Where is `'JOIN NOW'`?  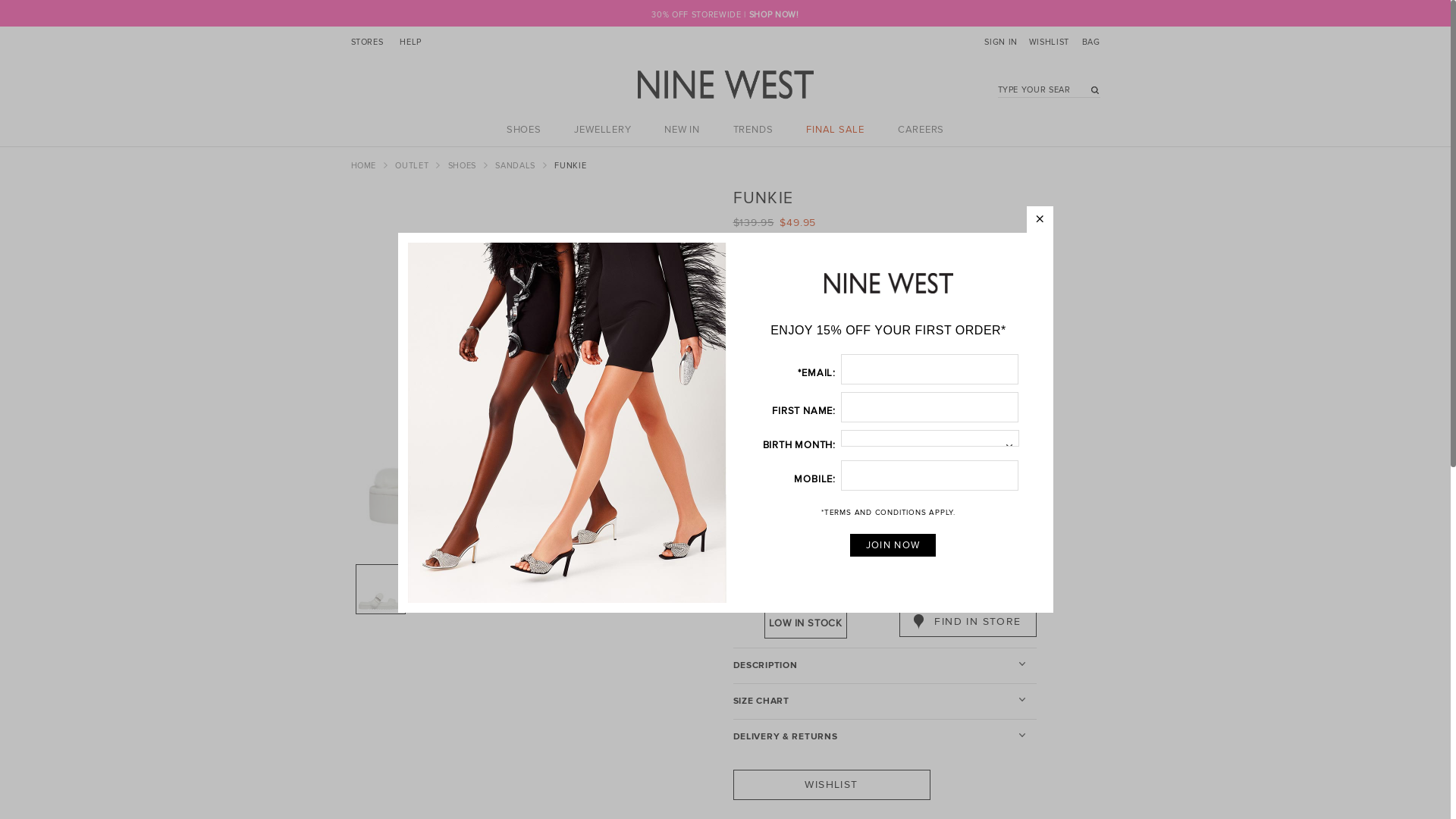 'JOIN NOW' is located at coordinates (893, 544).